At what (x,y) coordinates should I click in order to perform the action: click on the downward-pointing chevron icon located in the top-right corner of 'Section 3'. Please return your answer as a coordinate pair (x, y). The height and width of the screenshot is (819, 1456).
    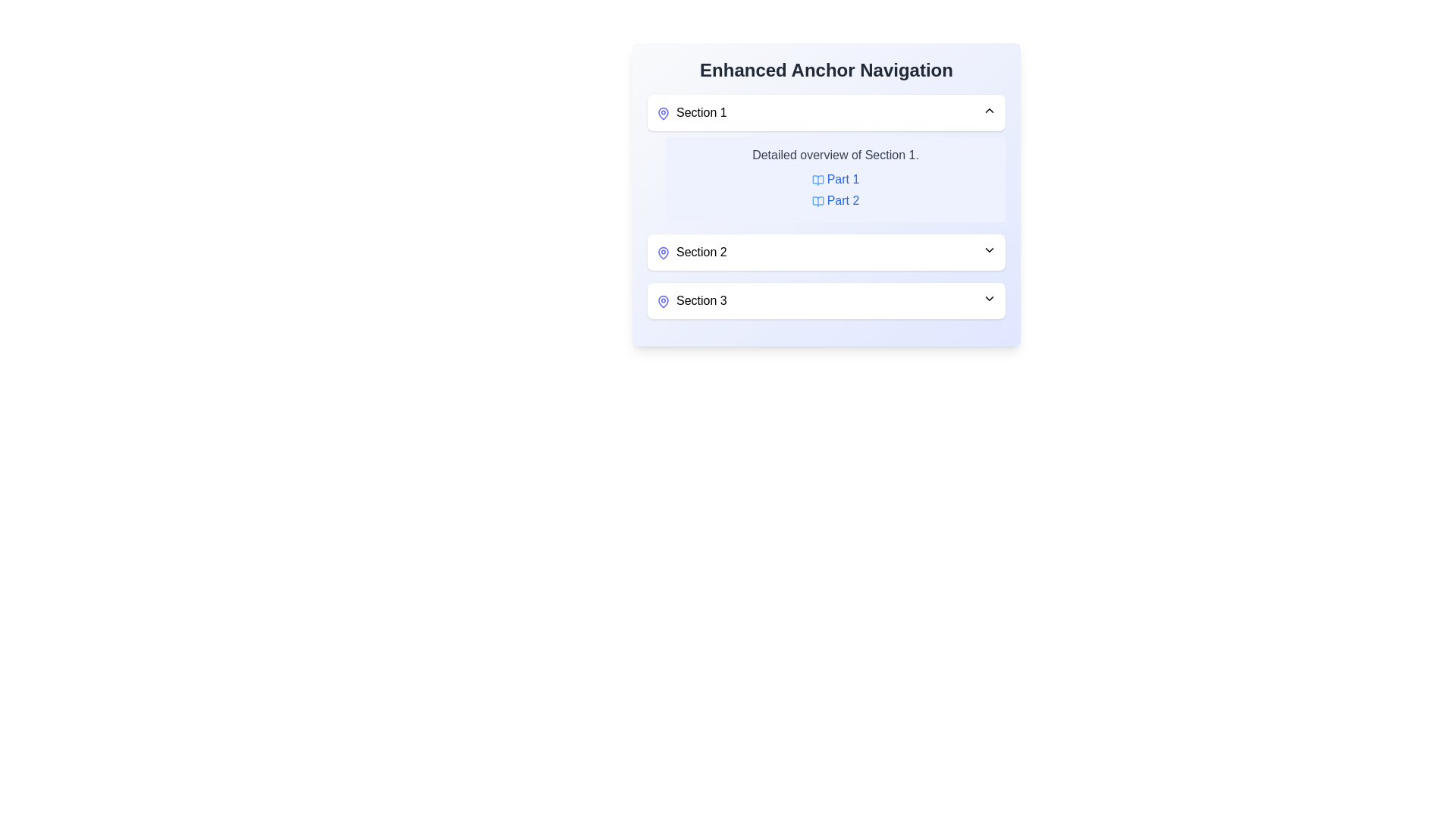
    Looking at the image, I should click on (990, 298).